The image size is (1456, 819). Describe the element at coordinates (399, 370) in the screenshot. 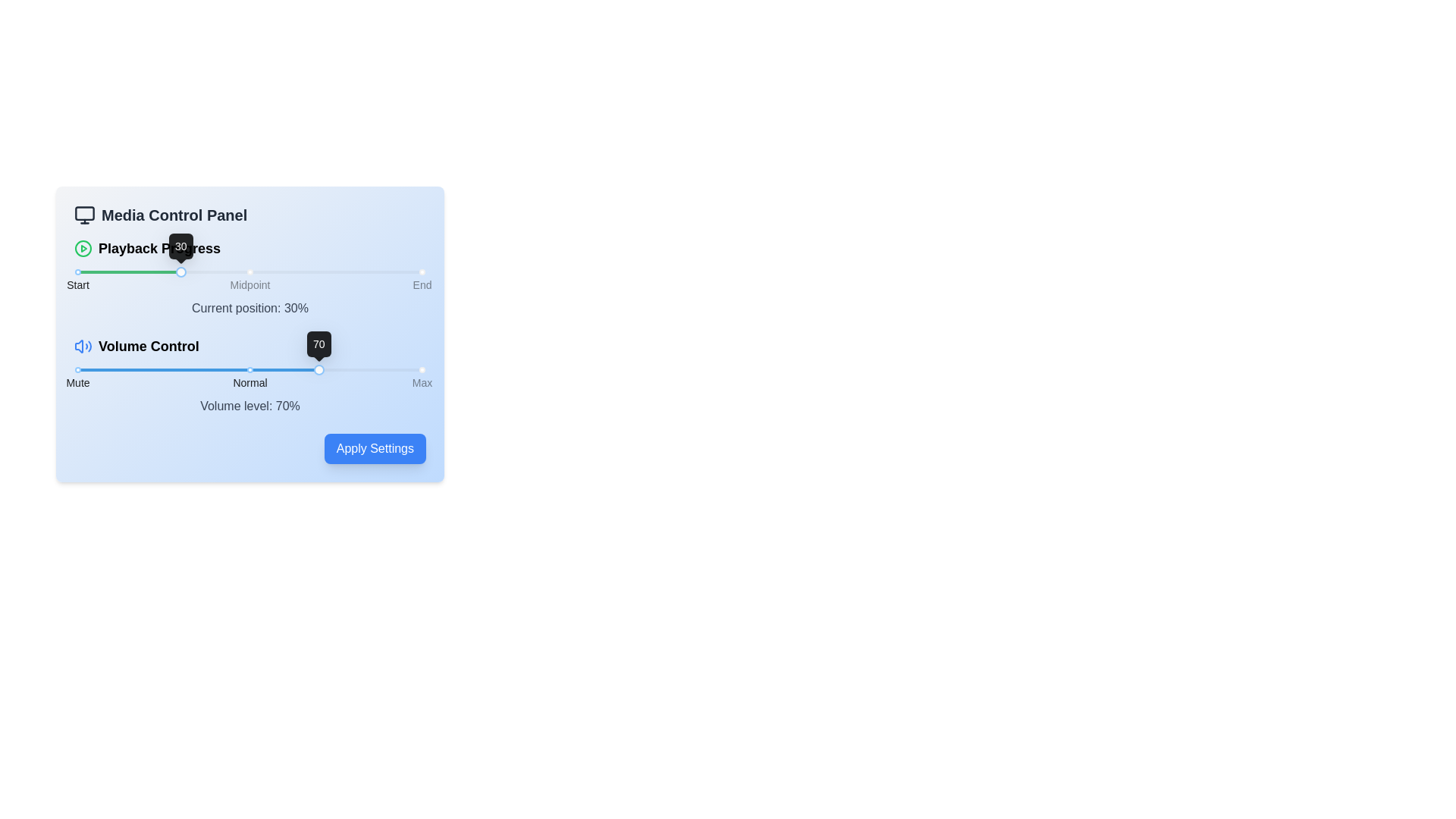

I see `the volume` at that location.